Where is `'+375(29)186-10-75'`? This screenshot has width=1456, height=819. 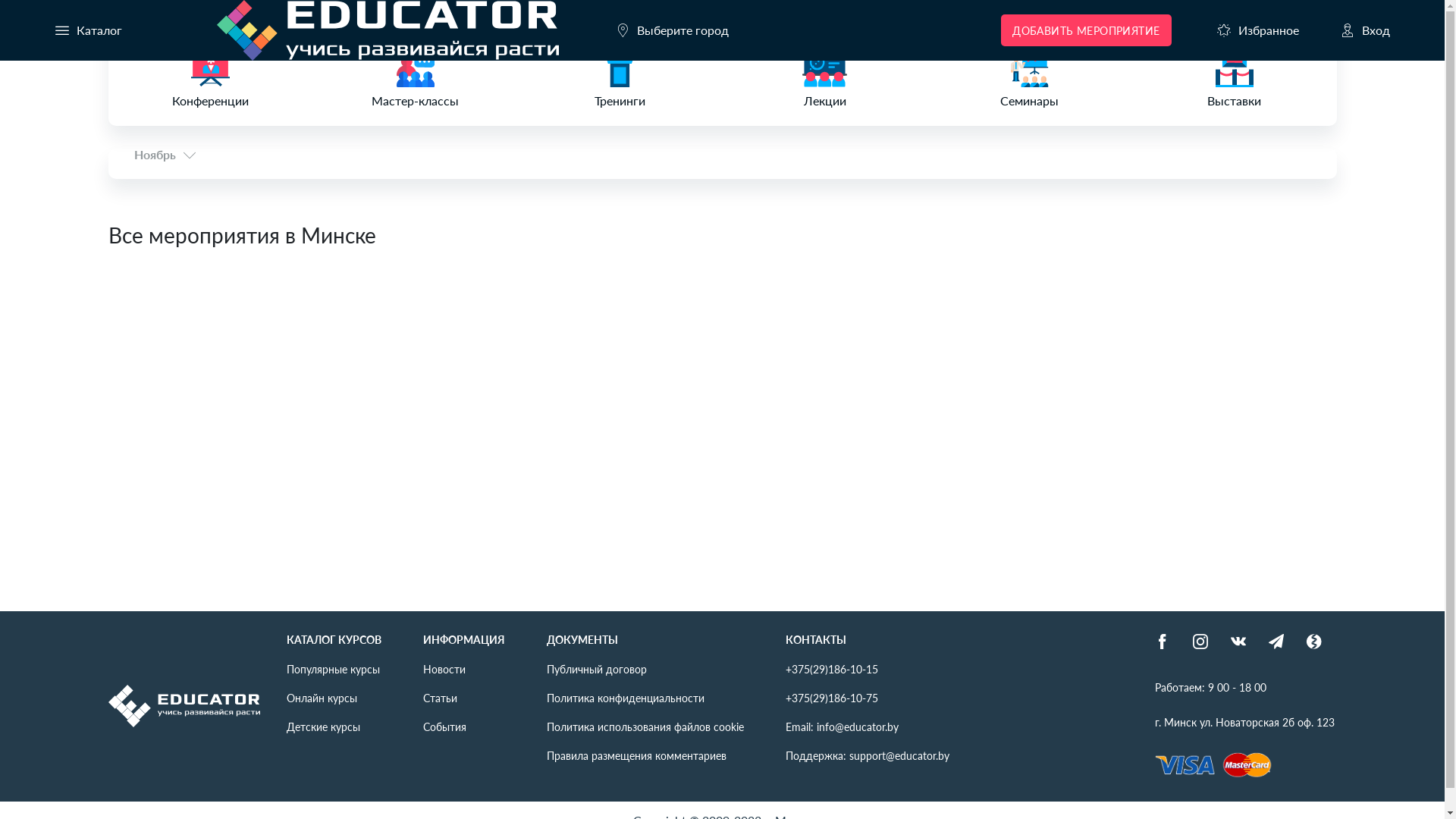
'+375(29)186-10-75' is located at coordinates (831, 698).